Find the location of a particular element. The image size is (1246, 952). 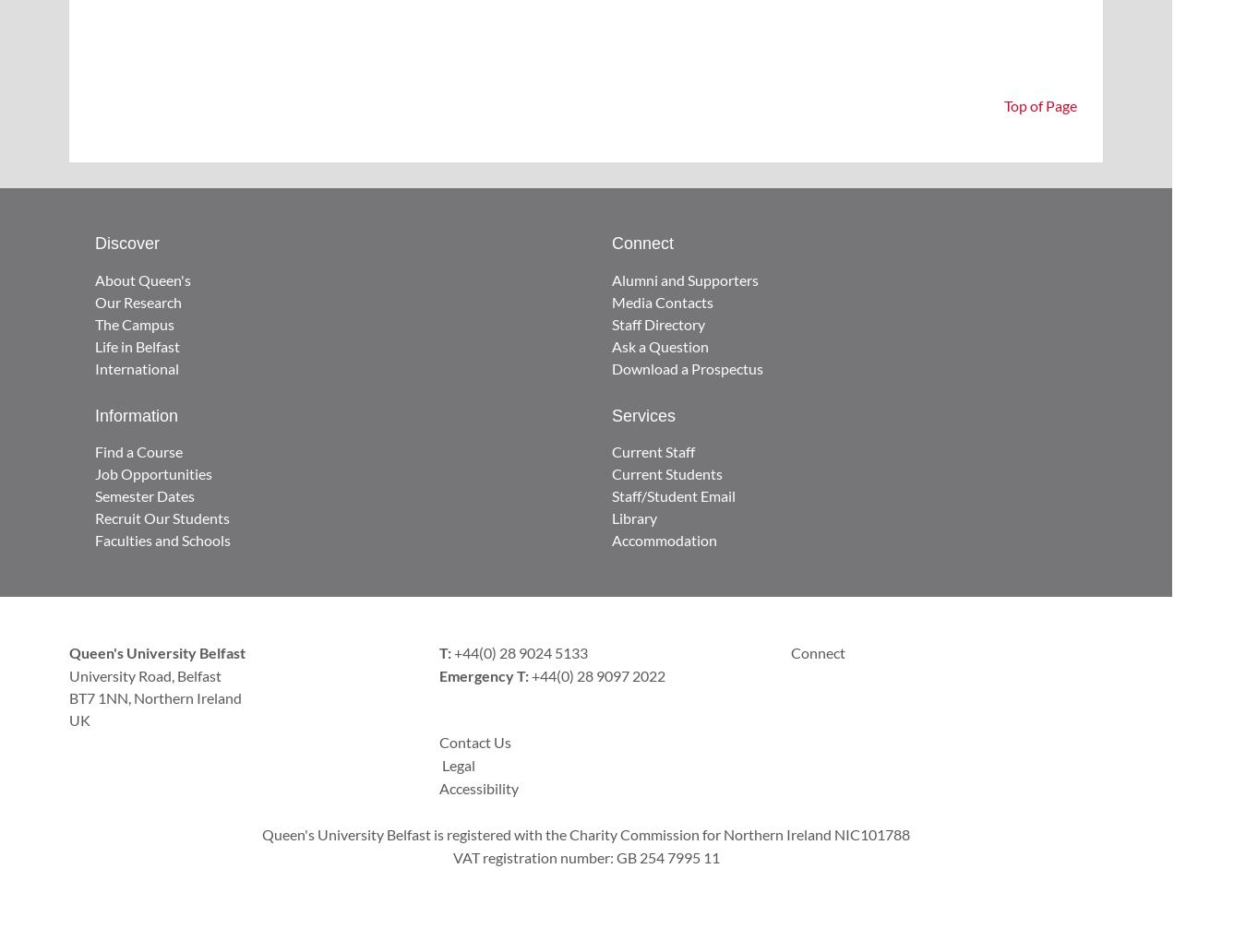

'Find a Course' is located at coordinates (138, 450).